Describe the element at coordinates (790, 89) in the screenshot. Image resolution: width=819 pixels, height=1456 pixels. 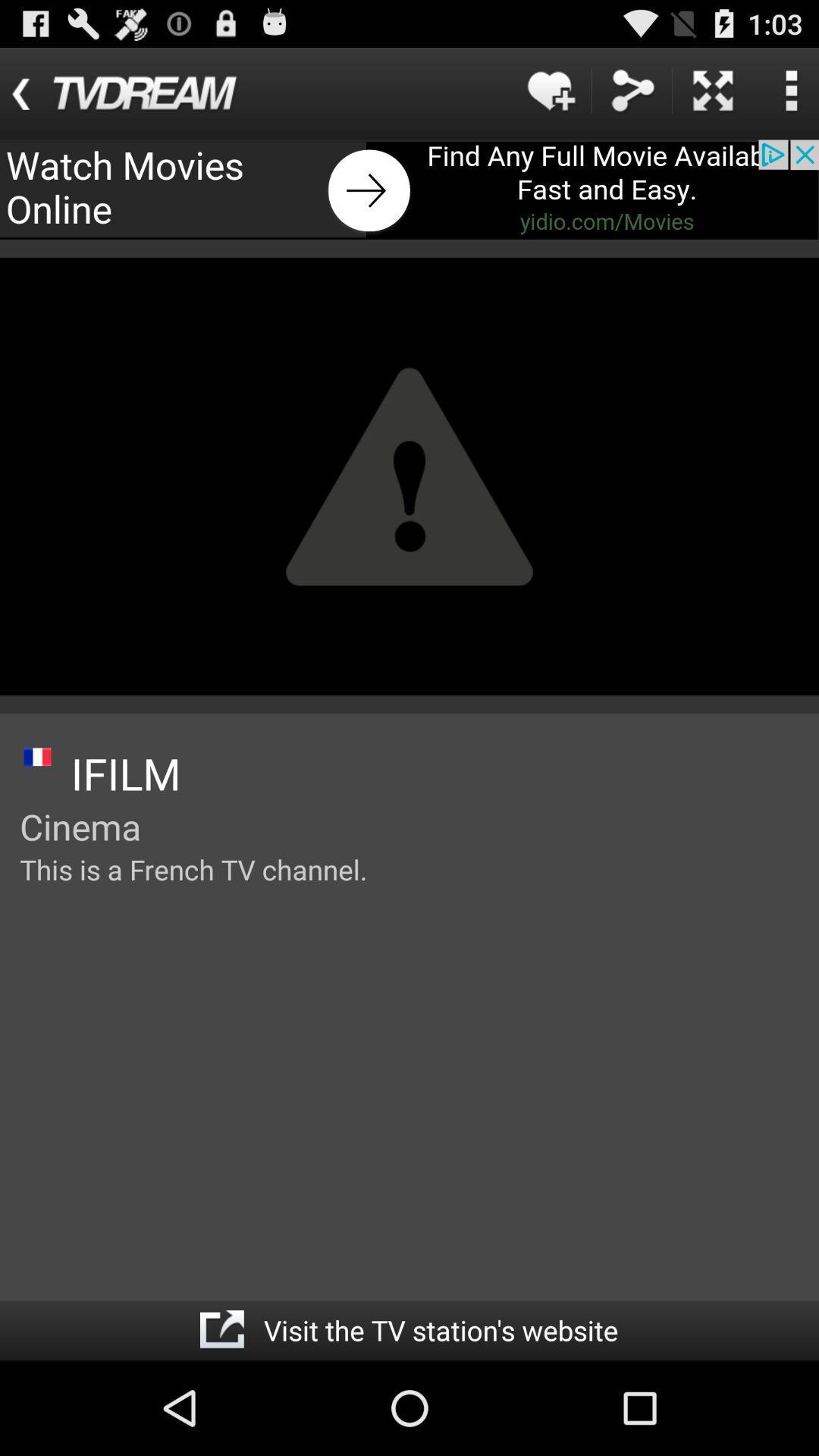
I see `the options` at that location.